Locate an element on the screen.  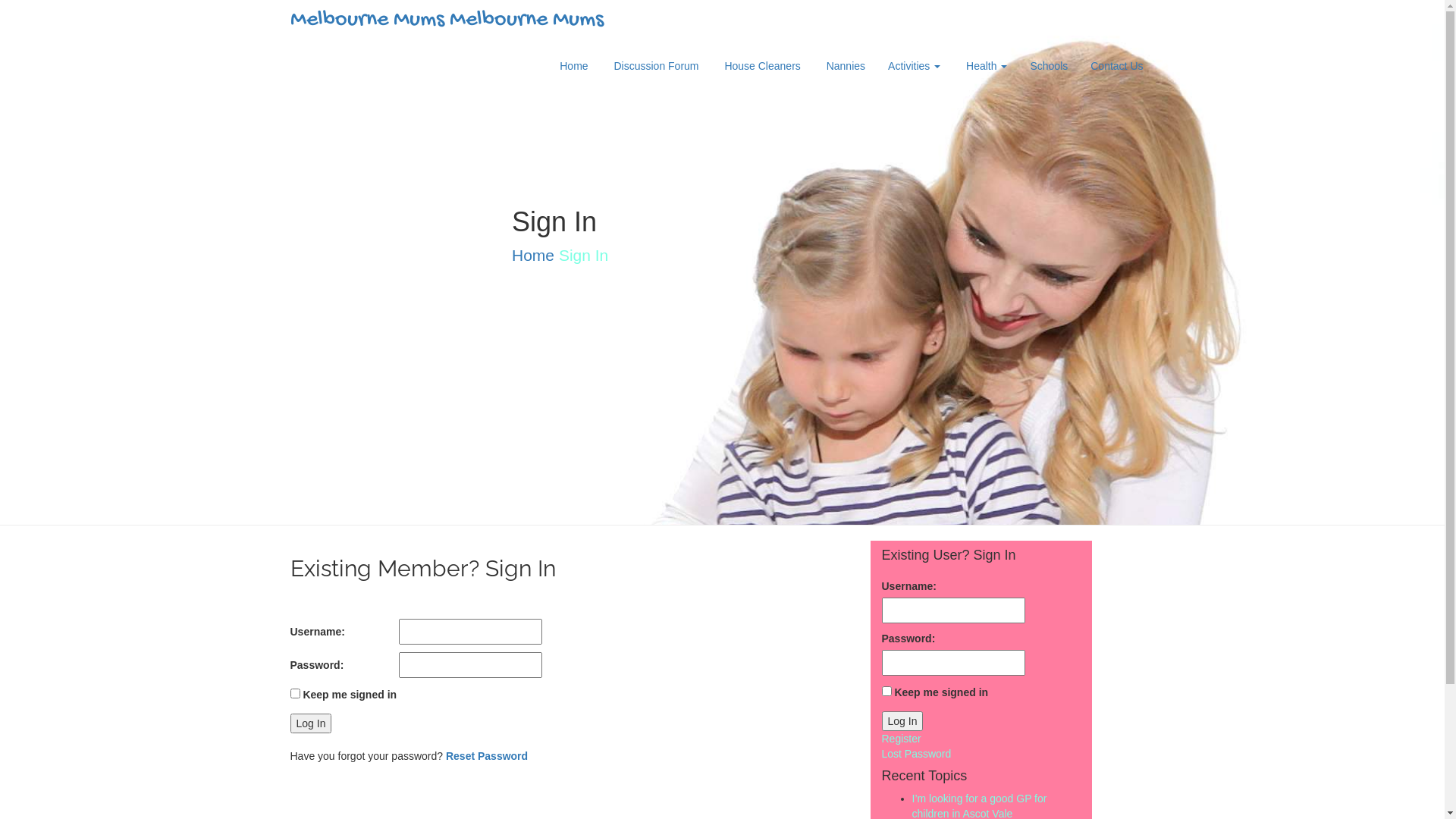
'Contact Us' is located at coordinates (1116, 65).